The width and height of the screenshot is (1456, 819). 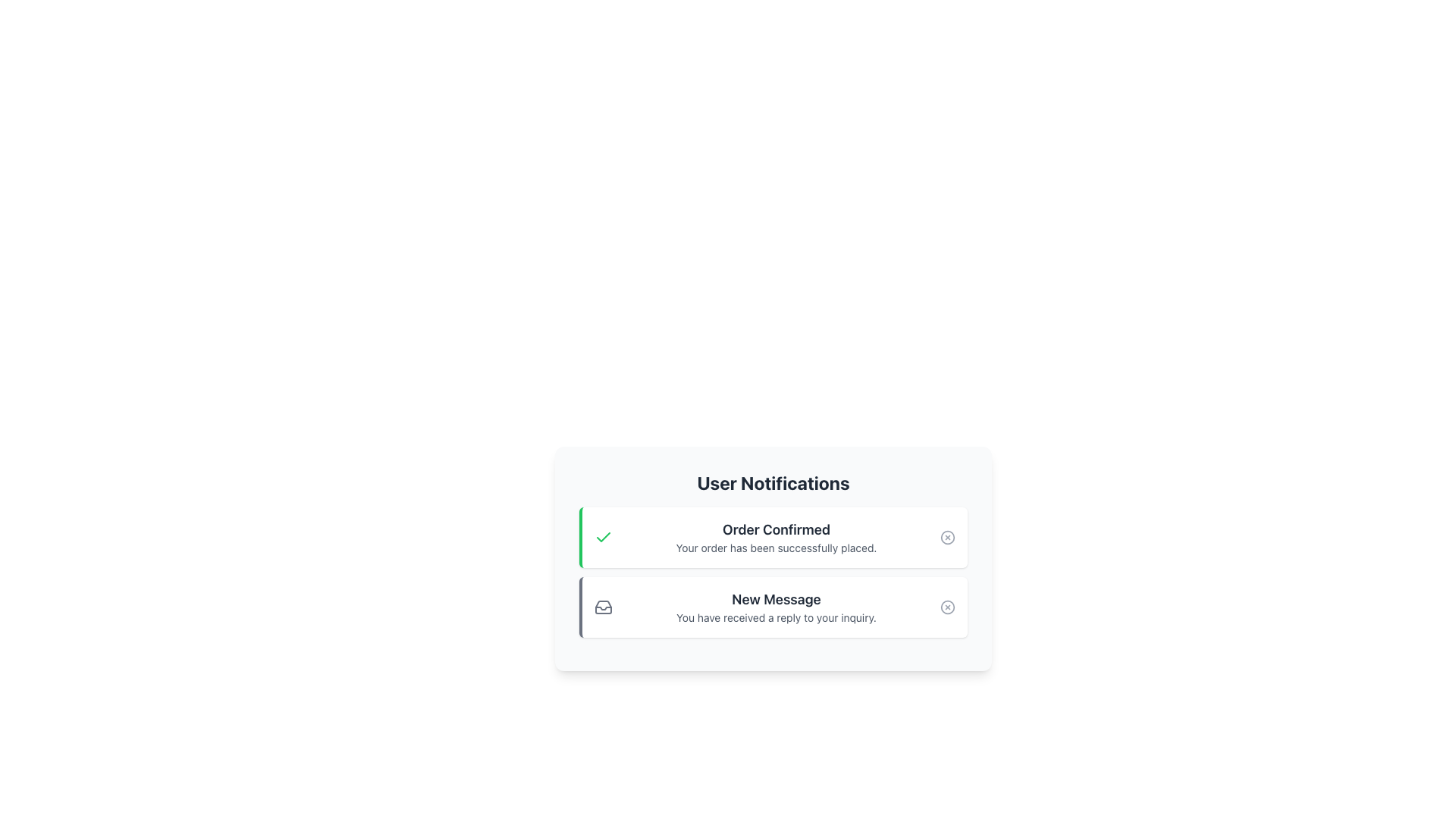 I want to click on the first notification card in the 'User Notifications' panel, which confirms an order and is located above the 'New Message' card, so click(x=773, y=558).